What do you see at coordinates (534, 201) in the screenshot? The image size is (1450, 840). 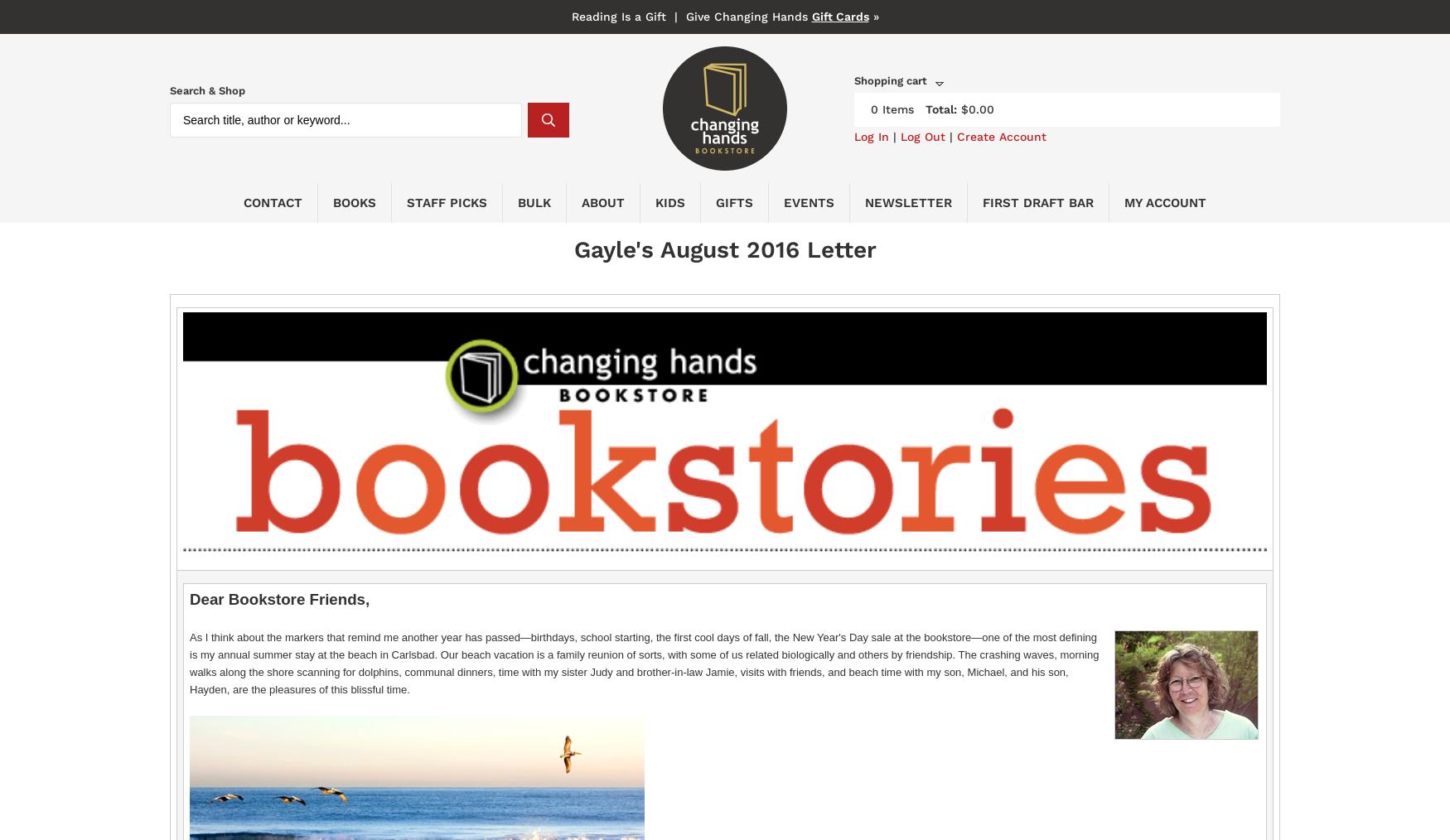 I see `'BULK'` at bounding box center [534, 201].